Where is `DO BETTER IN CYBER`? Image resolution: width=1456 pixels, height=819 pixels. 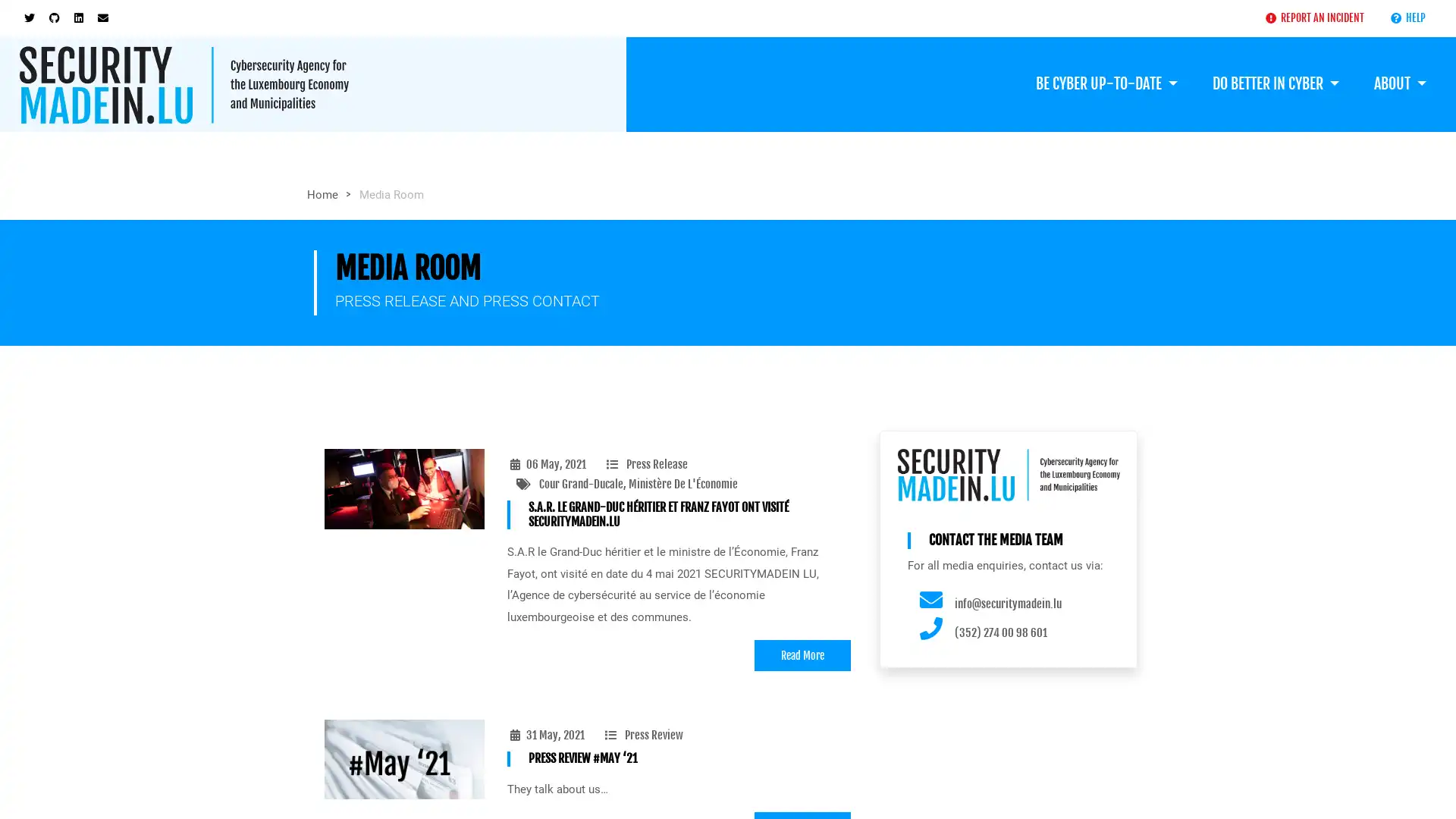 DO BETTER IN CYBER is located at coordinates (1274, 82).